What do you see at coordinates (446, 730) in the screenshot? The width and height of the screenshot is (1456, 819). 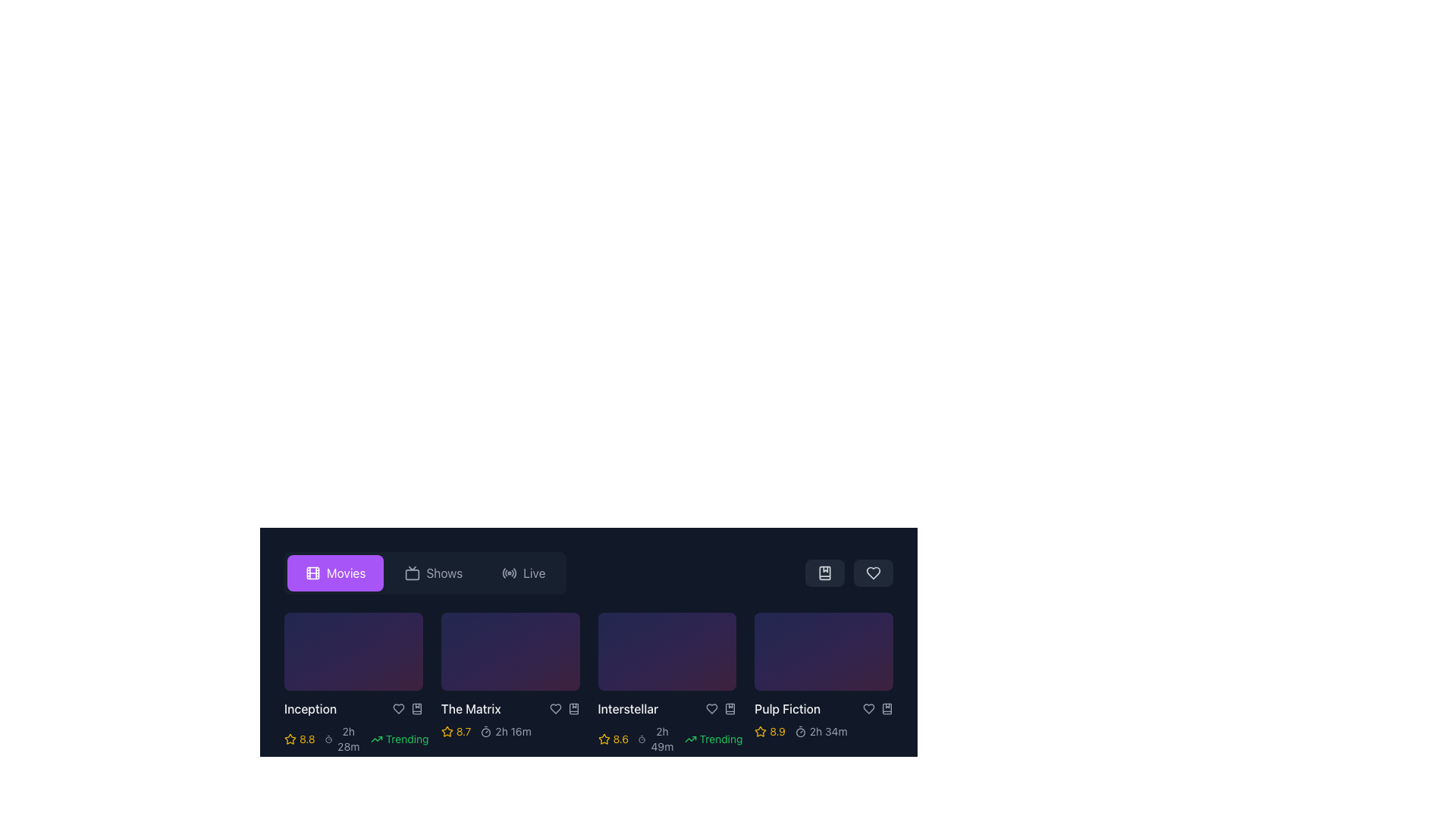 I see `the star-shaped icon with a yellow outline located to the left of the numerical rating '8.7' for the movie 'The Matrix' to interact with it` at bounding box center [446, 730].